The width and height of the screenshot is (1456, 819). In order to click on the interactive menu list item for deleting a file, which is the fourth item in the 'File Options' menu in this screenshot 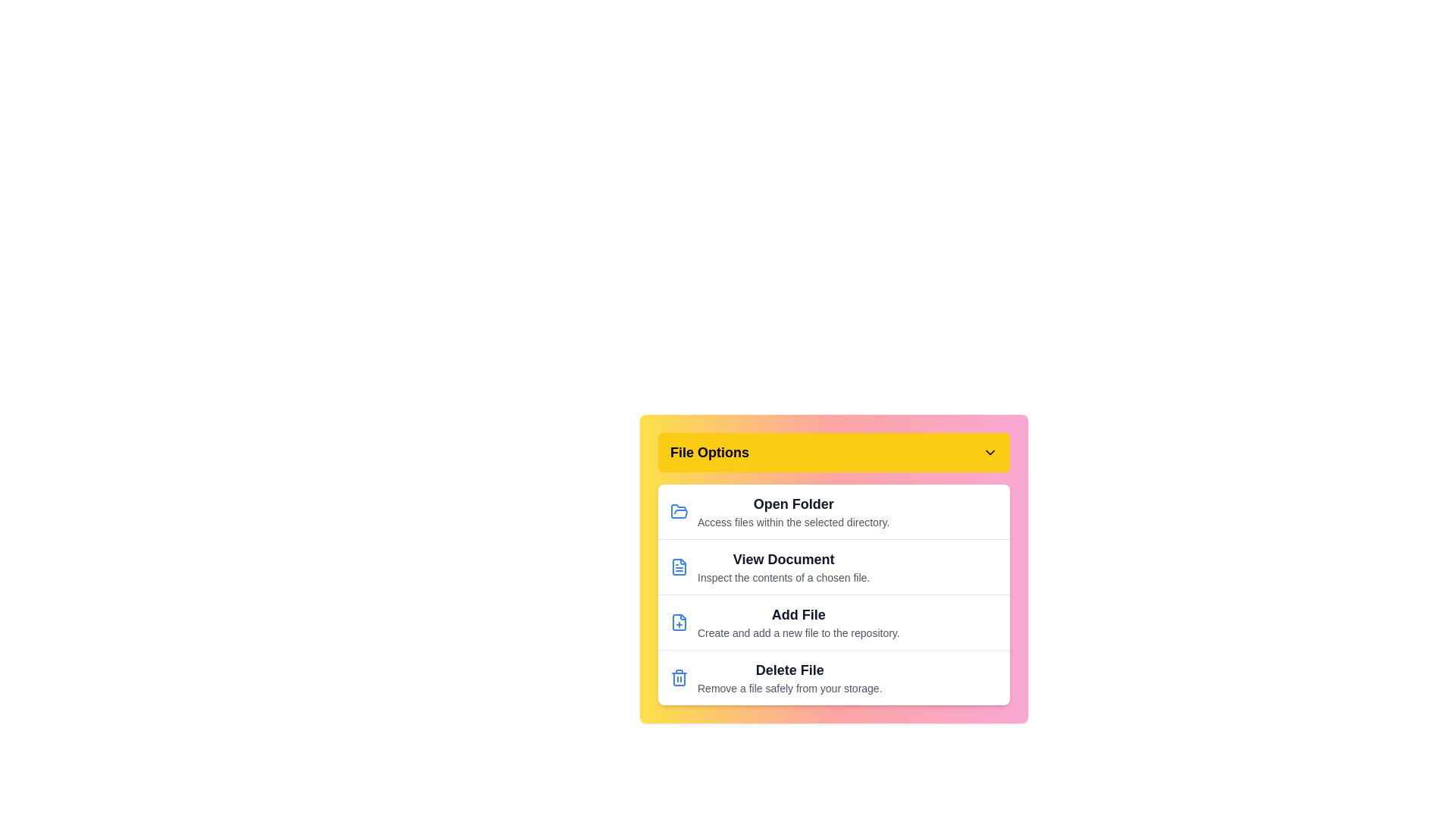, I will do `click(833, 676)`.